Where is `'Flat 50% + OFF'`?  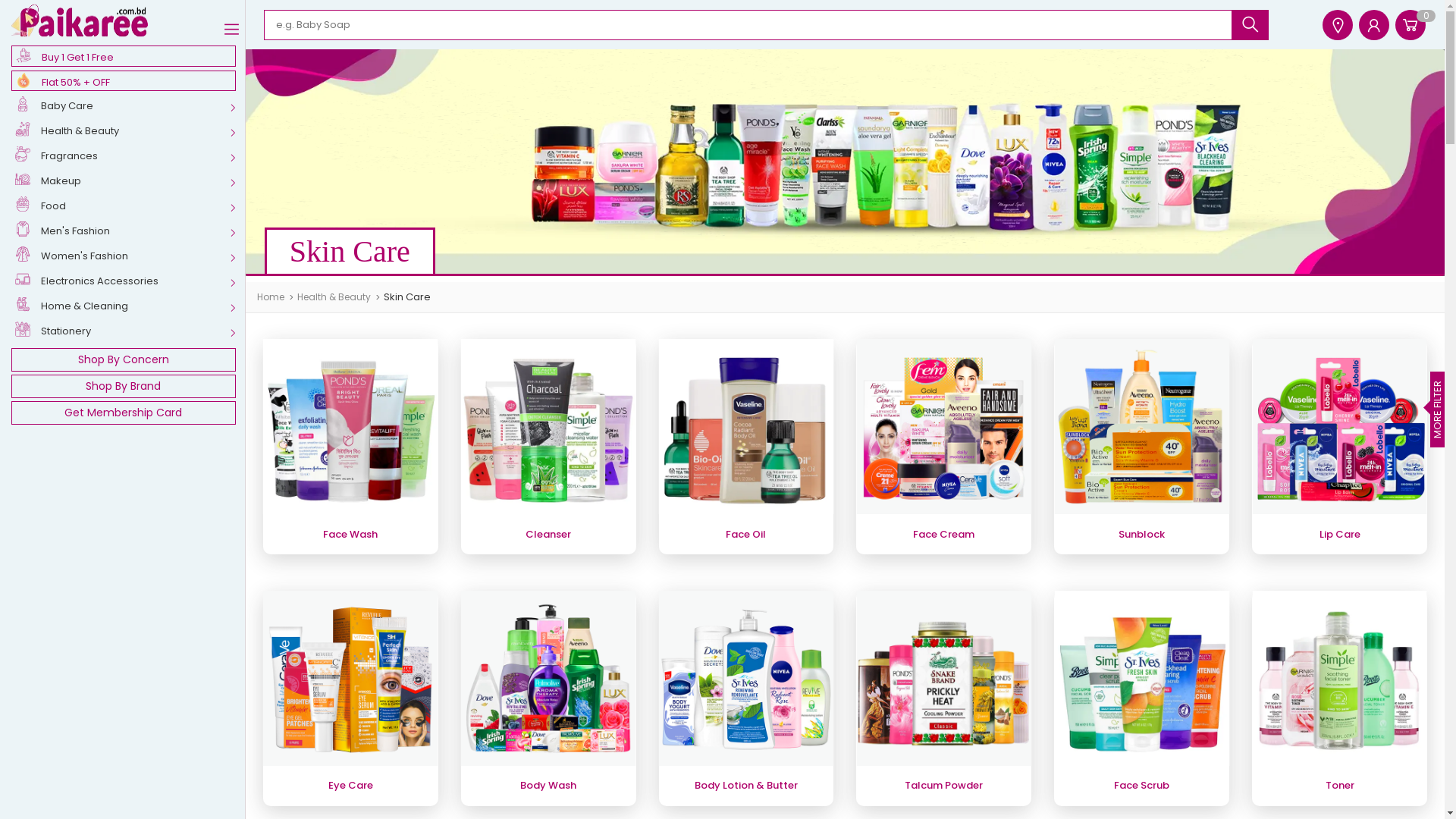 'Flat 50% + OFF' is located at coordinates (124, 80).